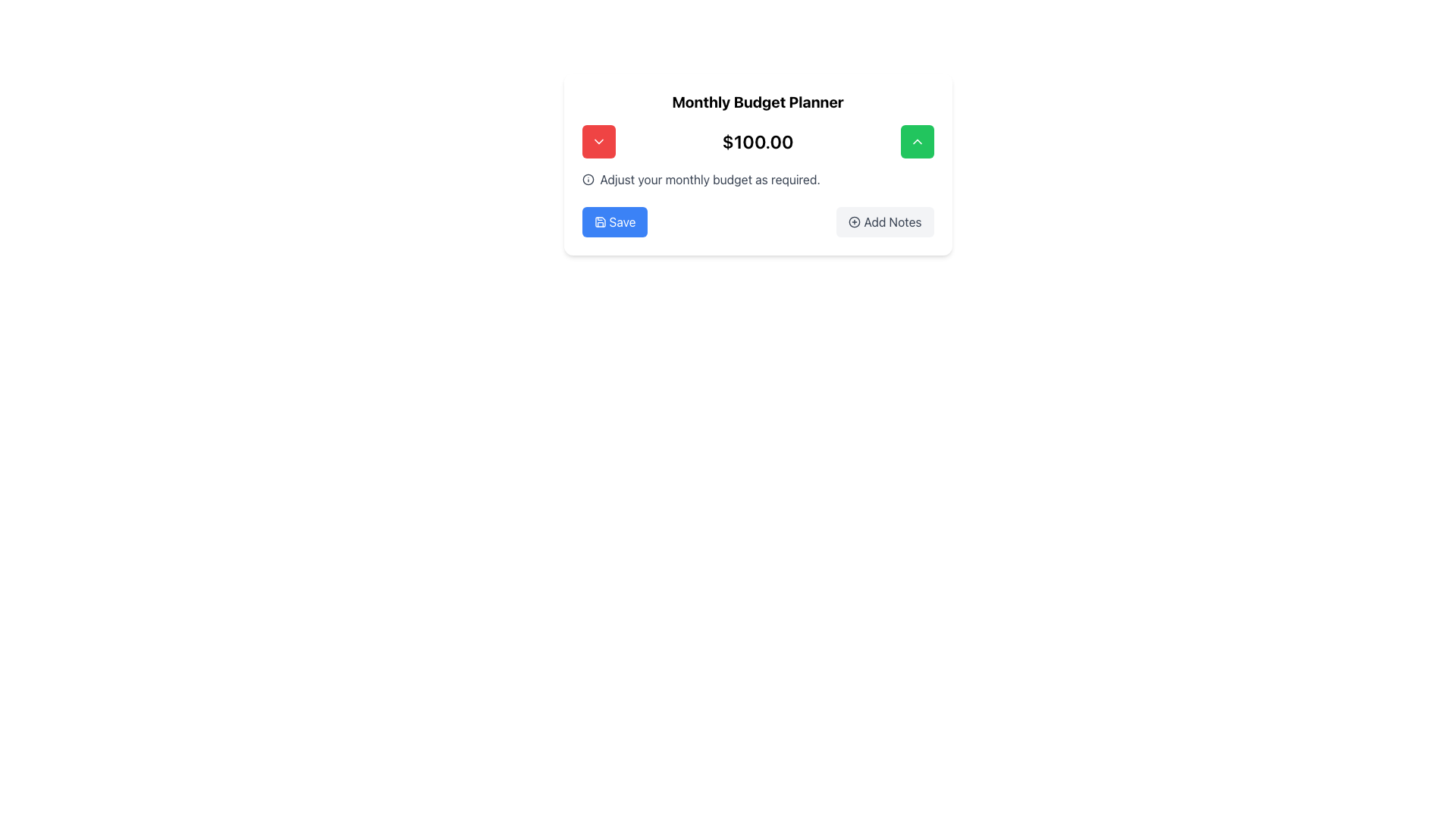 The image size is (1456, 819). What do you see at coordinates (758, 222) in the screenshot?
I see `the 'Add Notes' button on the Button Group located at the bottom center of the 'Monthly Budget Planner' card` at bounding box center [758, 222].